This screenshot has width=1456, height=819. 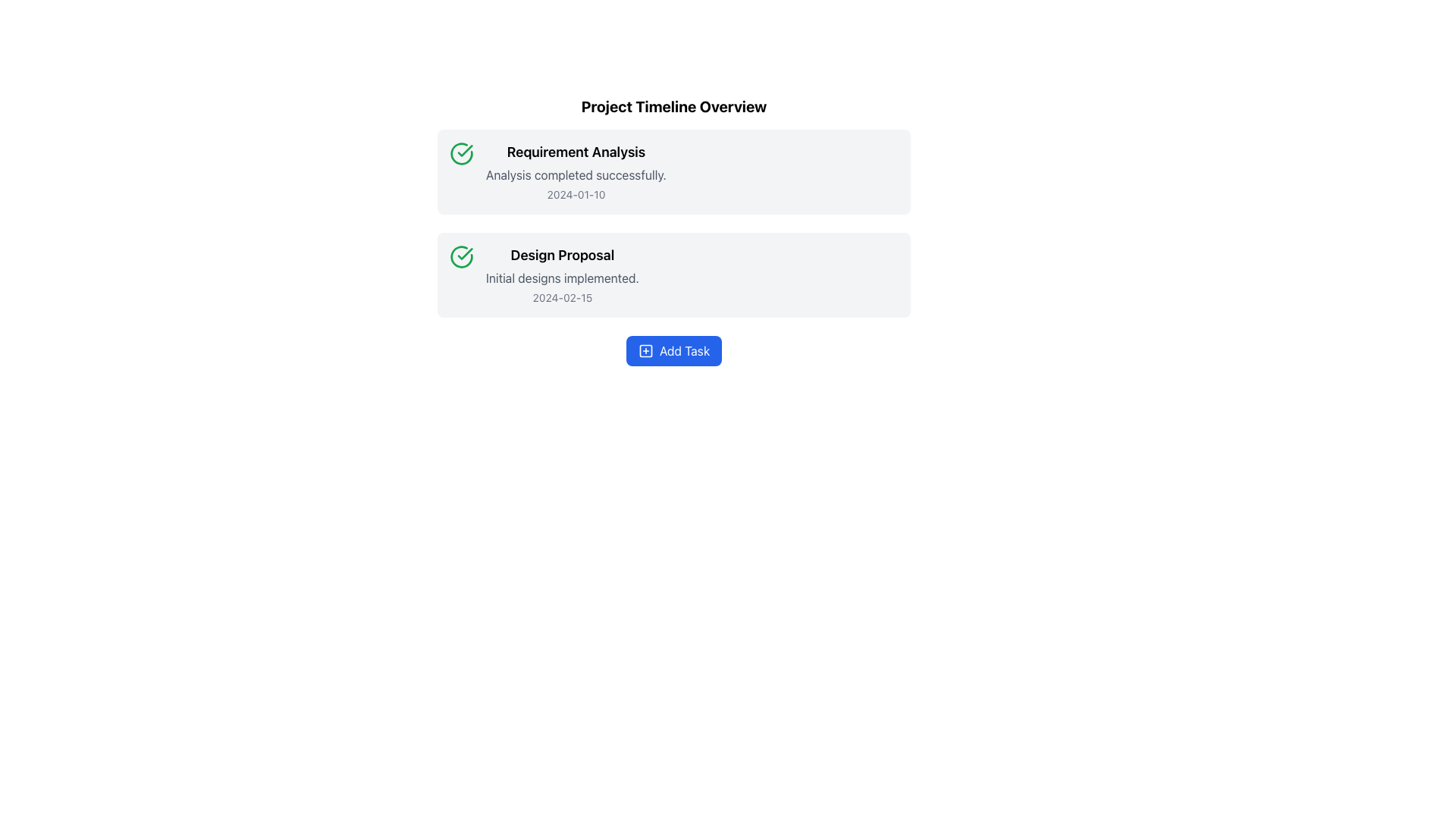 I want to click on the 'Add Task' button with a blue background and white text, so click(x=673, y=350).